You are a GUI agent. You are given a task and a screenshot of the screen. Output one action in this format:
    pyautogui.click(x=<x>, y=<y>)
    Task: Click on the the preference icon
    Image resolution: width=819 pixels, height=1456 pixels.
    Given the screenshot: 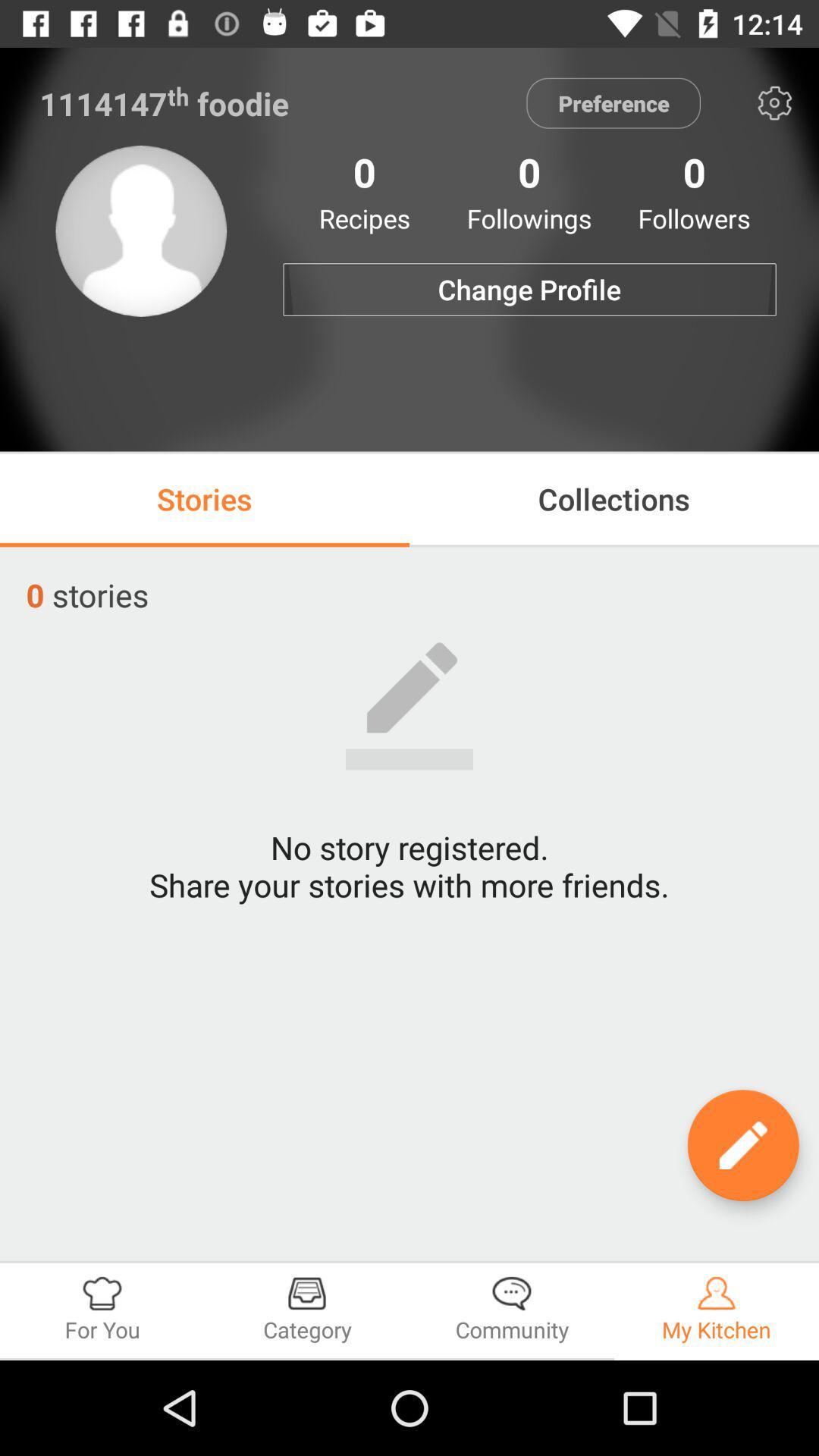 What is the action you would take?
    pyautogui.click(x=613, y=102)
    